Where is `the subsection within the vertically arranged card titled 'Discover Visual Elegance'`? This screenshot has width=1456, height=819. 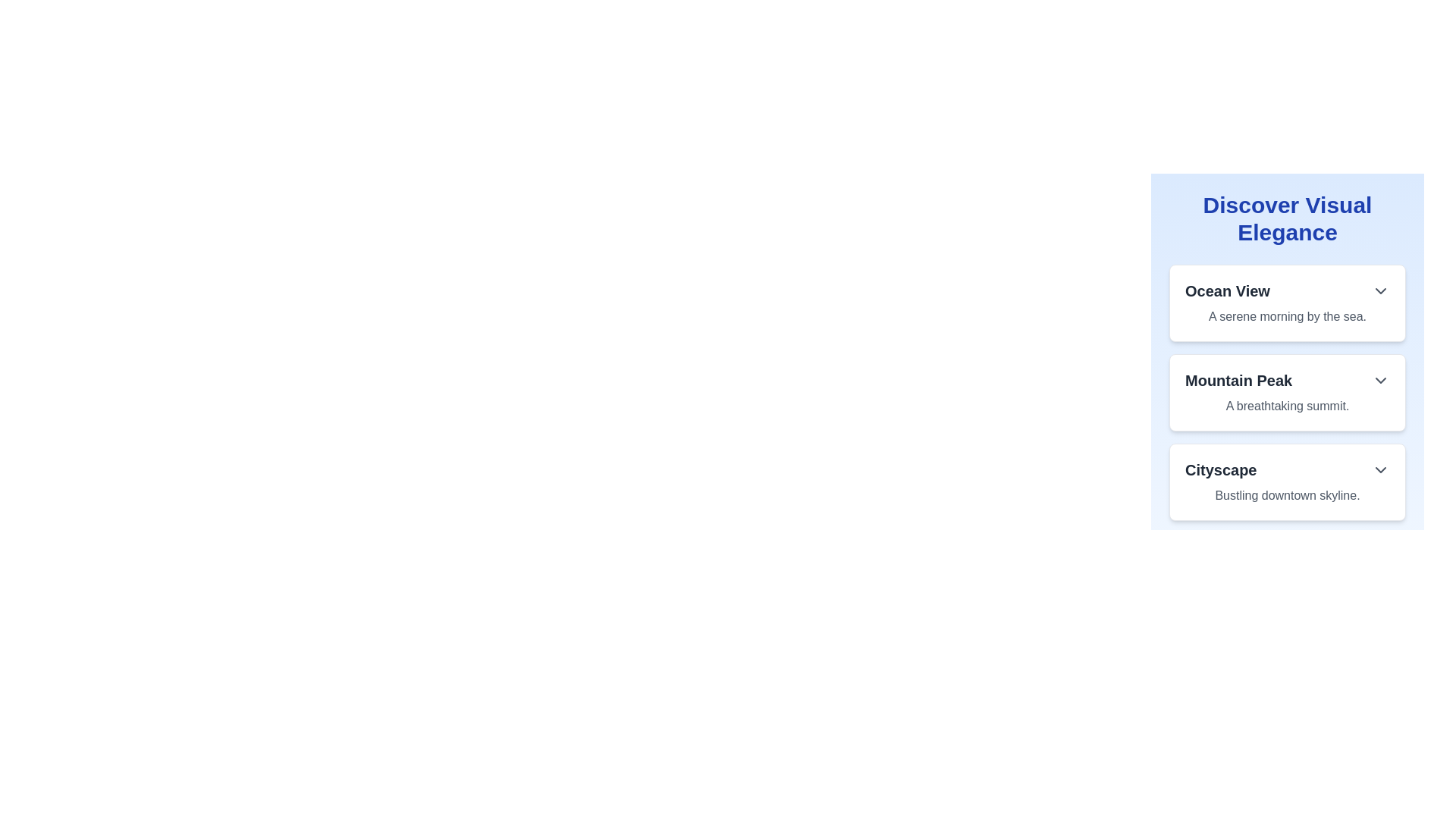
the subsection within the vertically arranged card titled 'Discover Visual Elegance' is located at coordinates (1287, 342).